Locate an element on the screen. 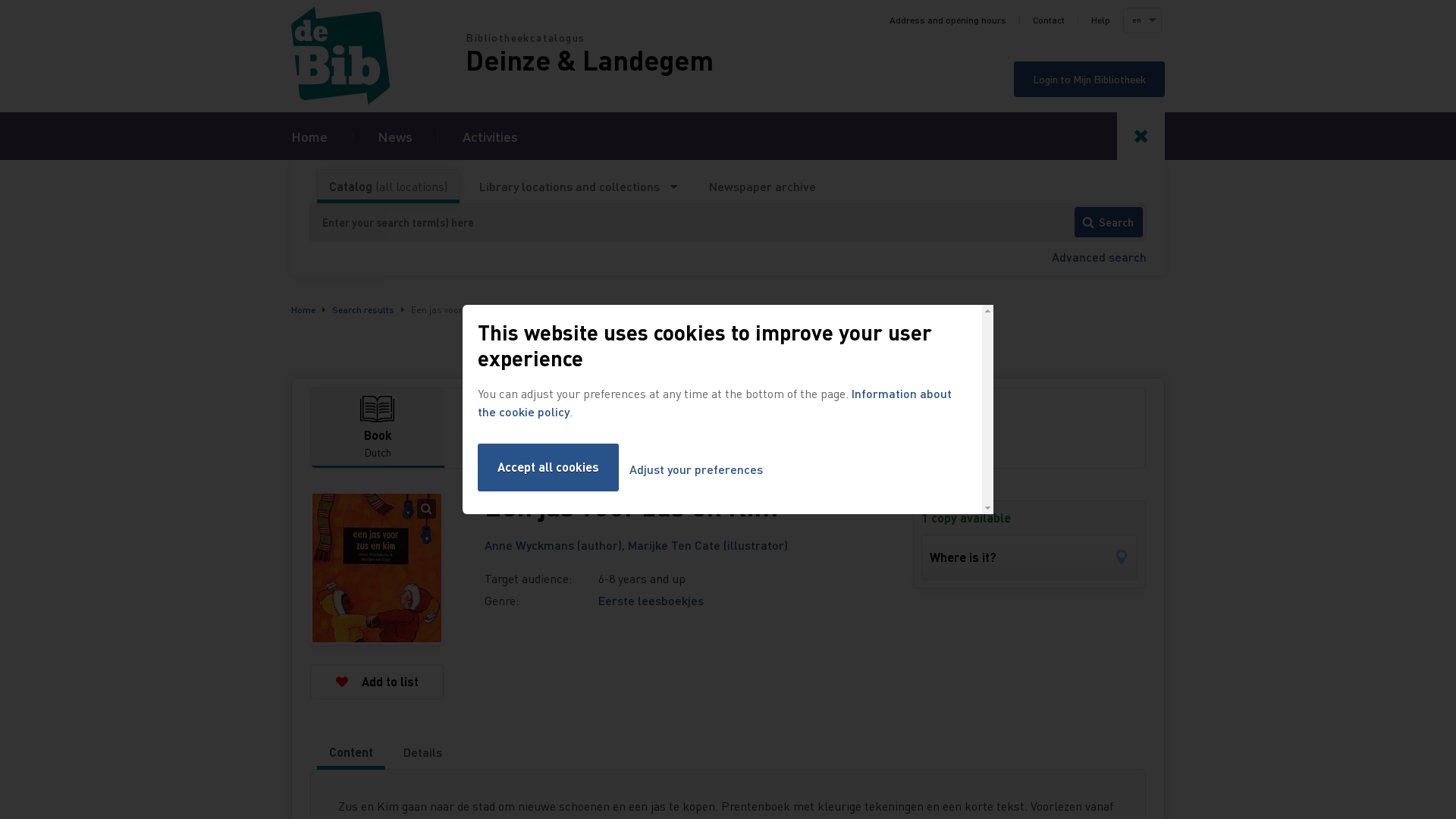  'Library locations and collections' is located at coordinates (577, 186).